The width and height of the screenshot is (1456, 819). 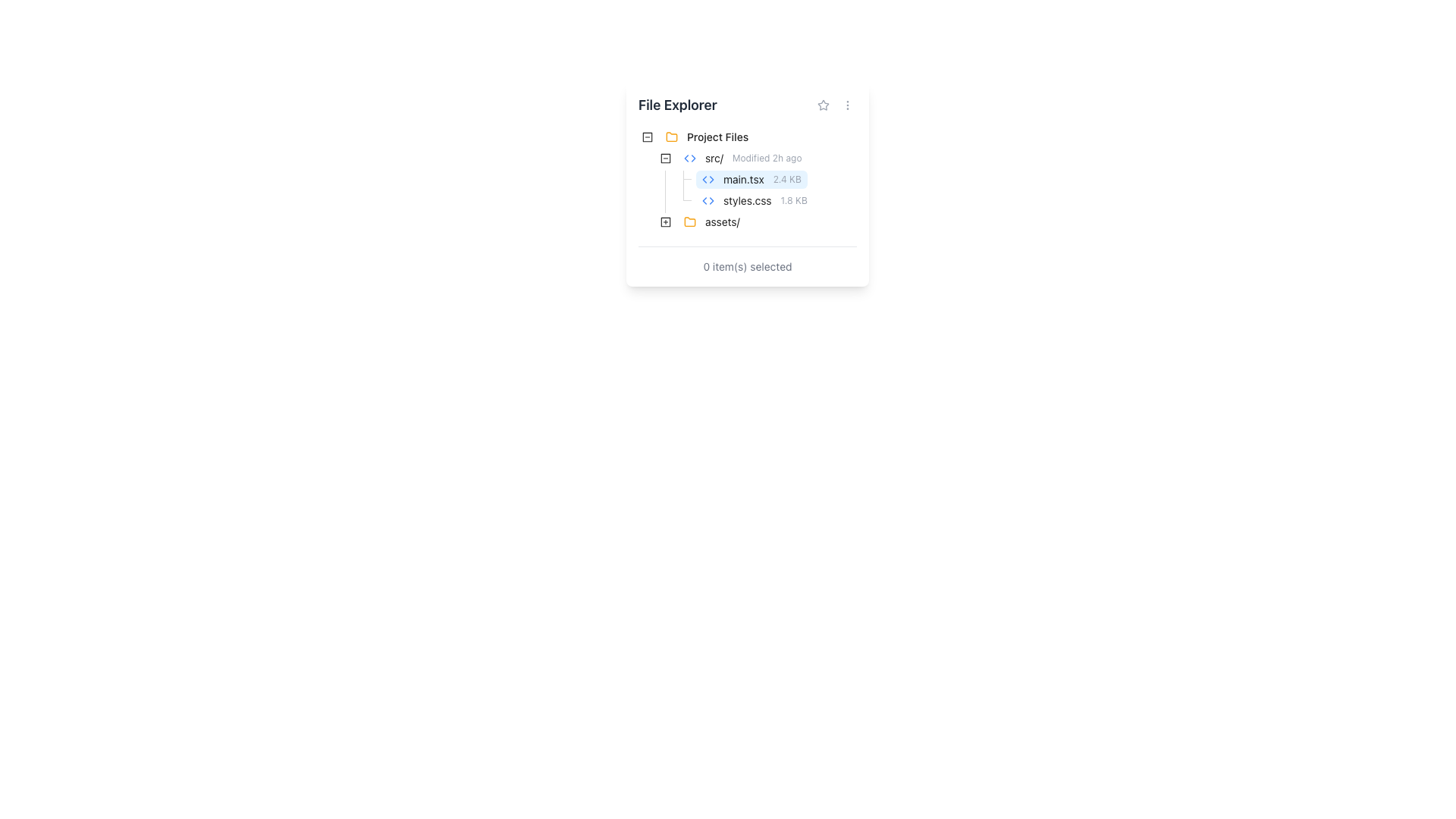 I want to click on the 'Project Files' folder in the file explorer tree structure, so click(x=712, y=137).